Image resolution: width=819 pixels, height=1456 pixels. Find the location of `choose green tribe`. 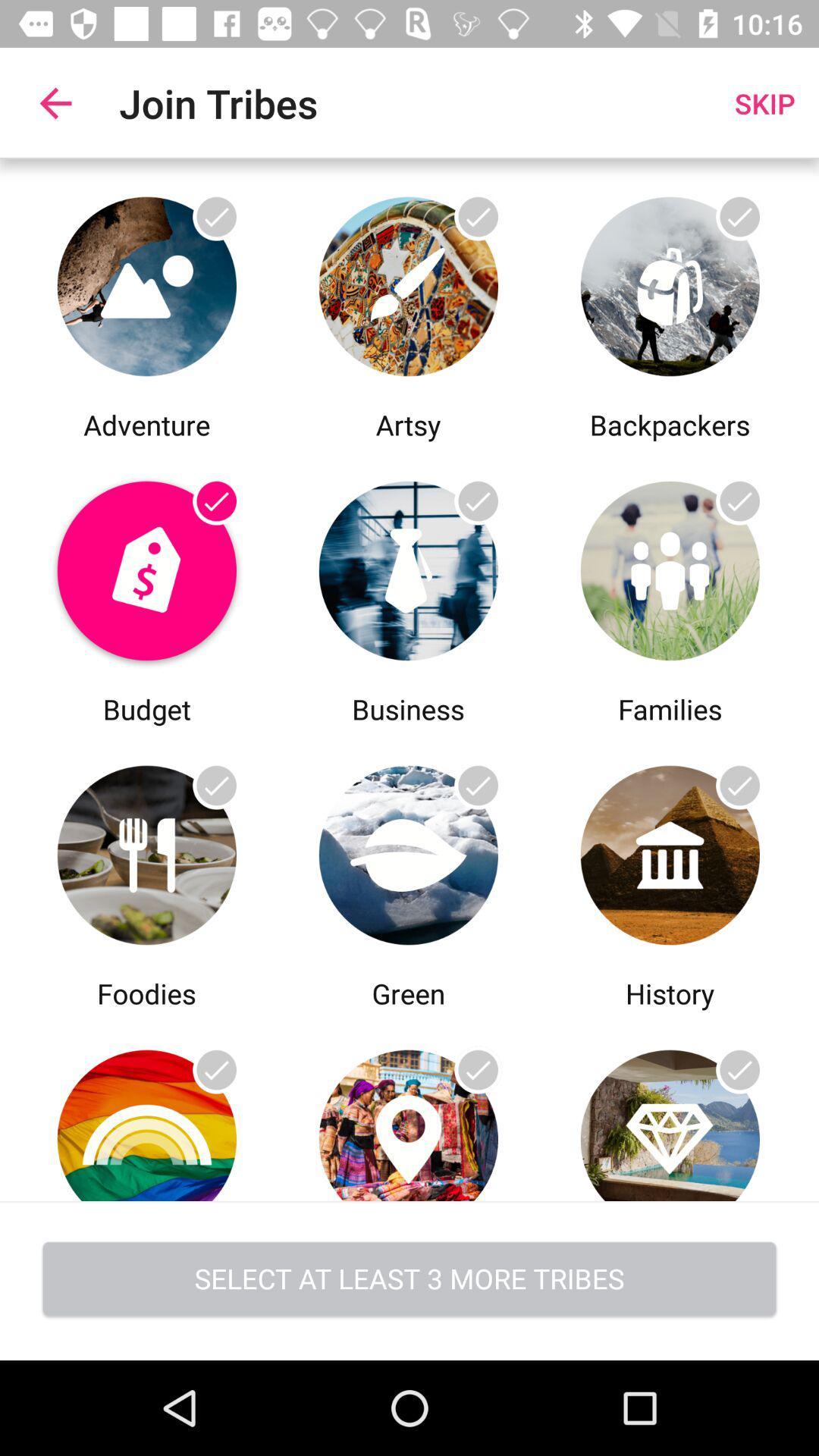

choose green tribe is located at coordinates (407, 851).